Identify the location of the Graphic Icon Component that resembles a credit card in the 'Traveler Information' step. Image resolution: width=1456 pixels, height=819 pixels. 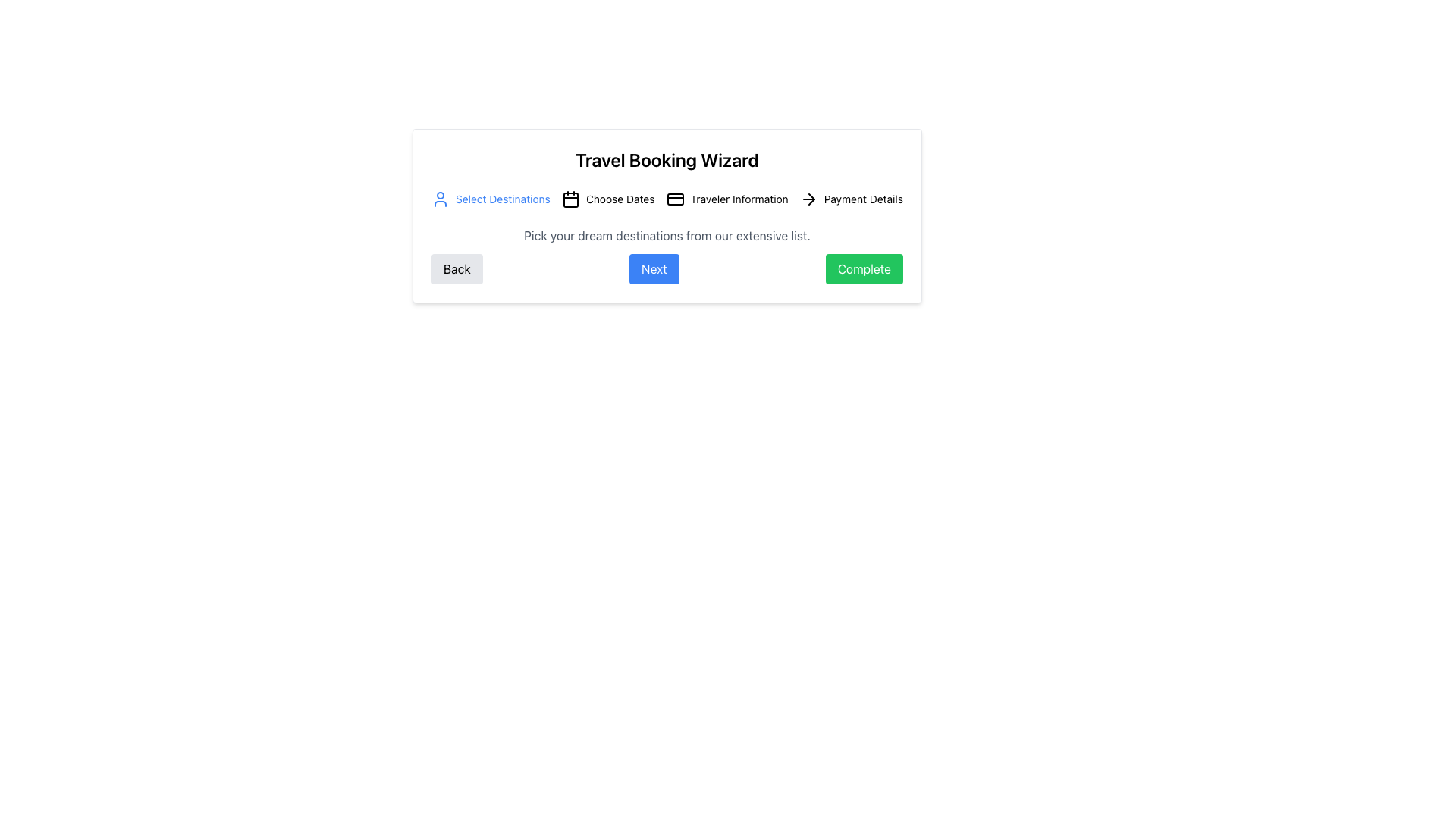
(674, 198).